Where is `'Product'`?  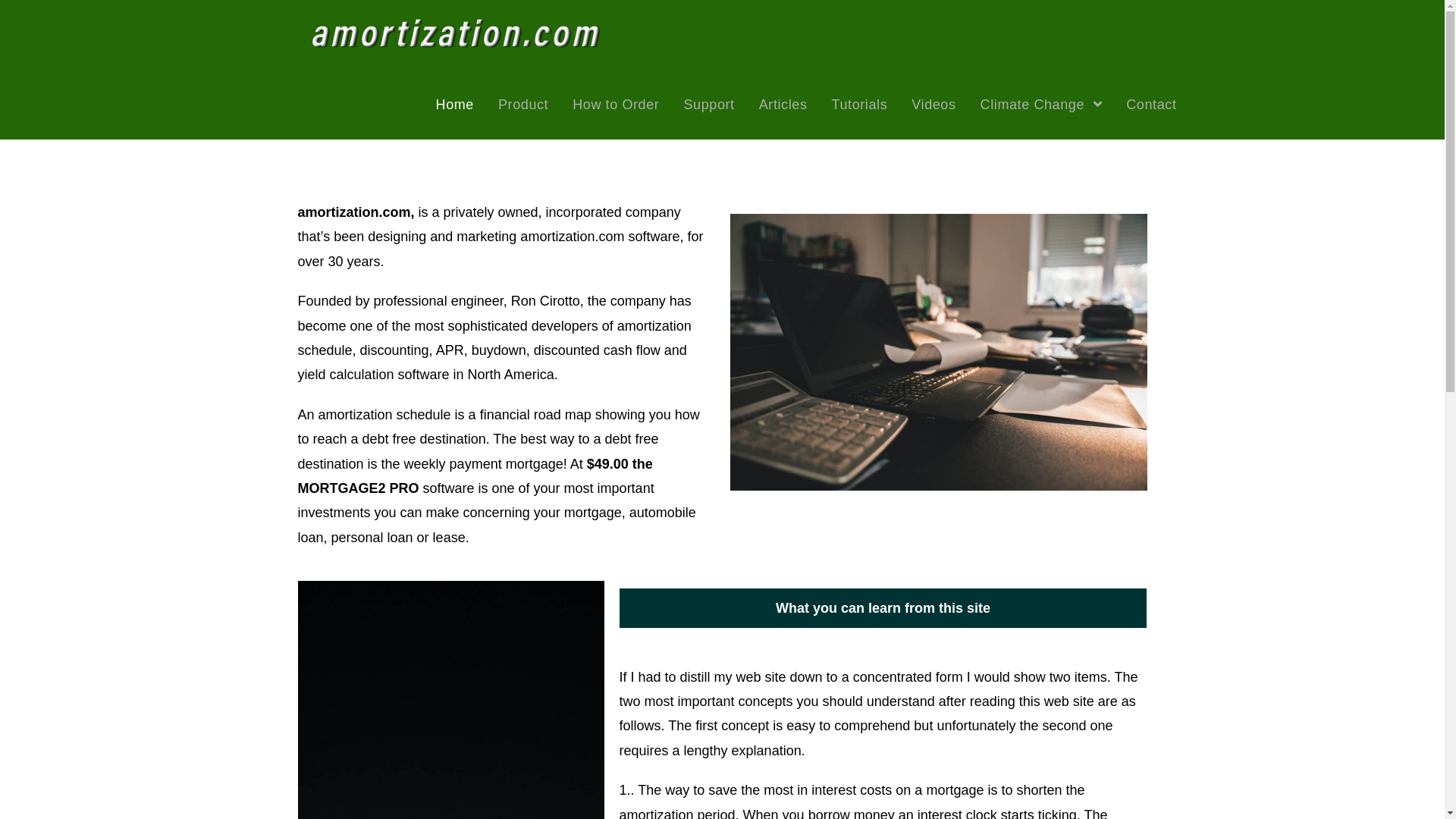
'Product' is located at coordinates (486, 104).